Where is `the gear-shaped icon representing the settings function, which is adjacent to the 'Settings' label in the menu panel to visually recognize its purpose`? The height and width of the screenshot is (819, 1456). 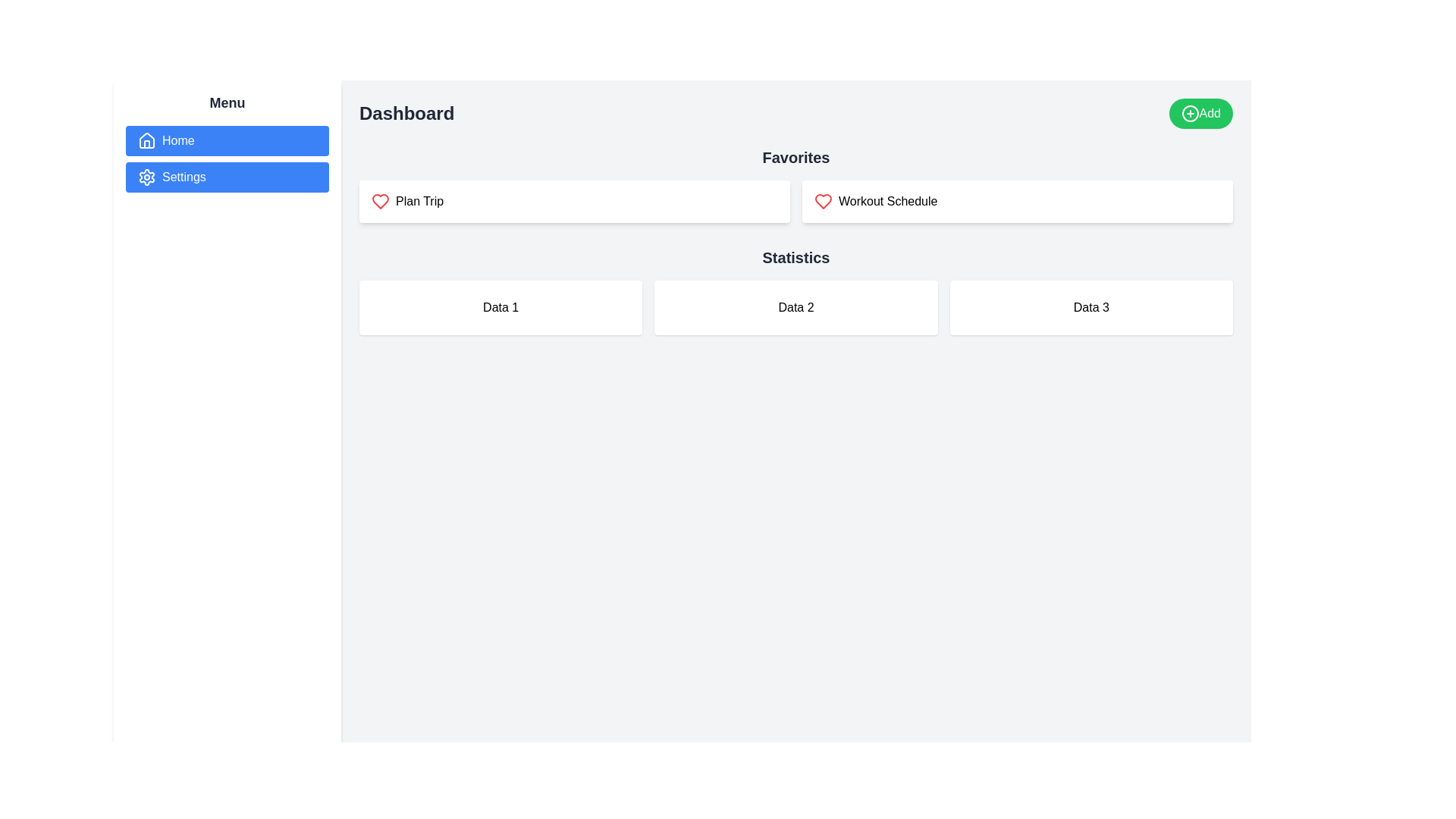 the gear-shaped icon representing the settings function, which is adjacent to the 'Settings' label in the menu panel to visually recognize its purpose is located at coordinates (146, 177).